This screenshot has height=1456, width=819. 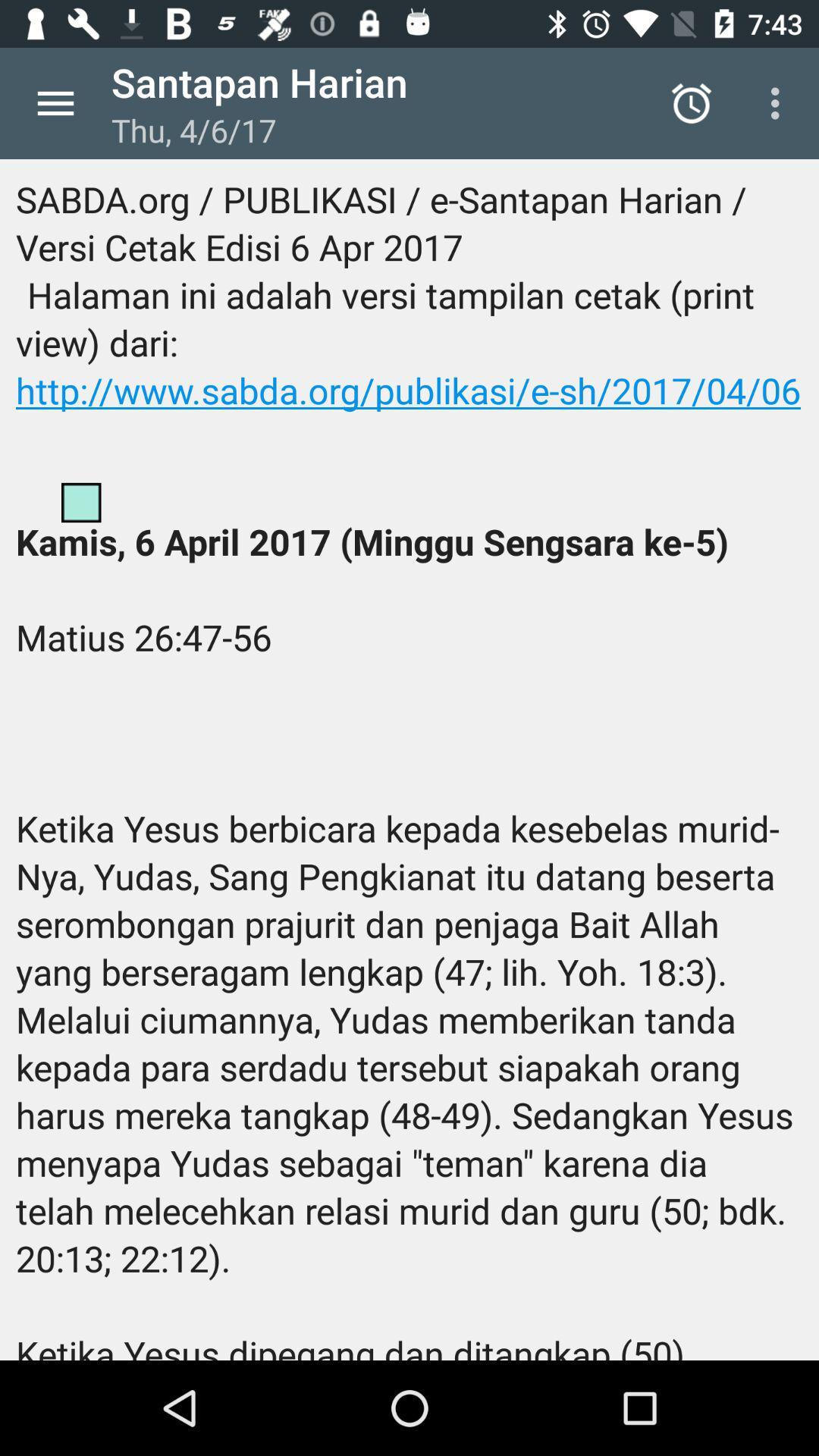 I want to click on the sabda org publikasi icon, so click(x=409, y=760).